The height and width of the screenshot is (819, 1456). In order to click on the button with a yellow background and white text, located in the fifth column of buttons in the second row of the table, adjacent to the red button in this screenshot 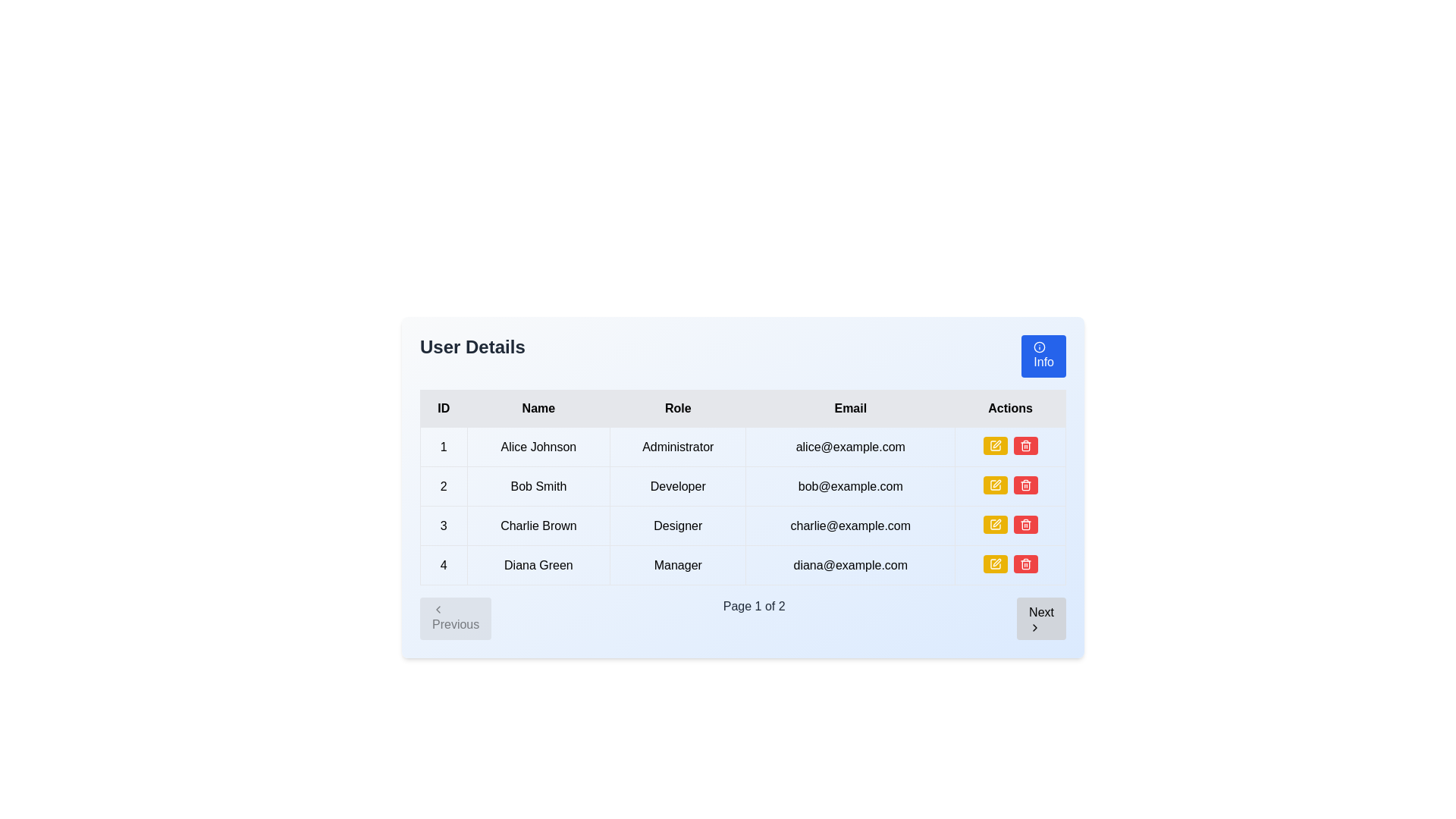, I will do `click(1010, 486)`.